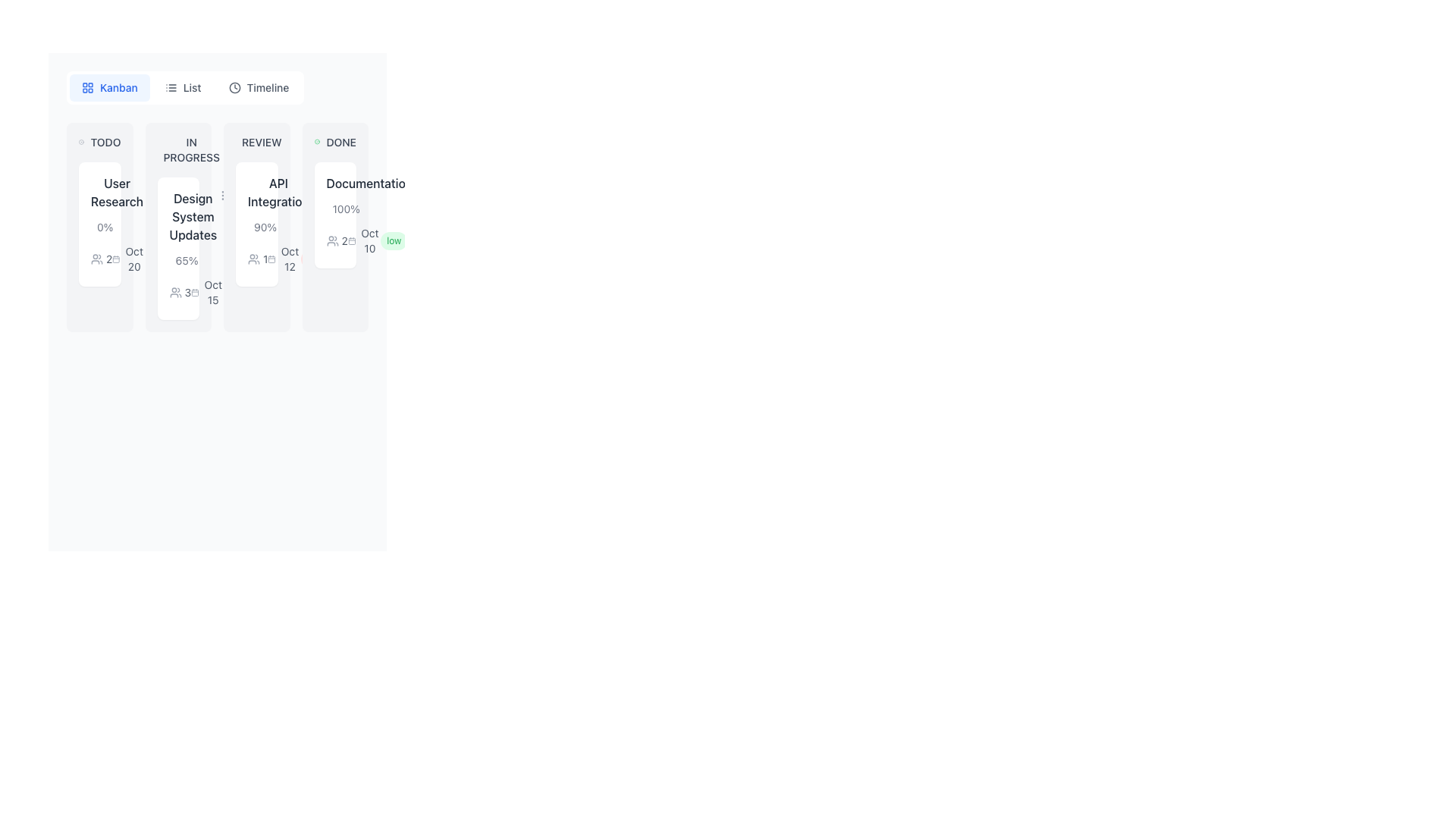 This screenshot has width=1456, height=819. Describe the element at coordinates (334, 183) in the screenshot. I see `the 'Documentation' textual label at the top of the card in the 'DONE' column of the Kanban board` at that location.